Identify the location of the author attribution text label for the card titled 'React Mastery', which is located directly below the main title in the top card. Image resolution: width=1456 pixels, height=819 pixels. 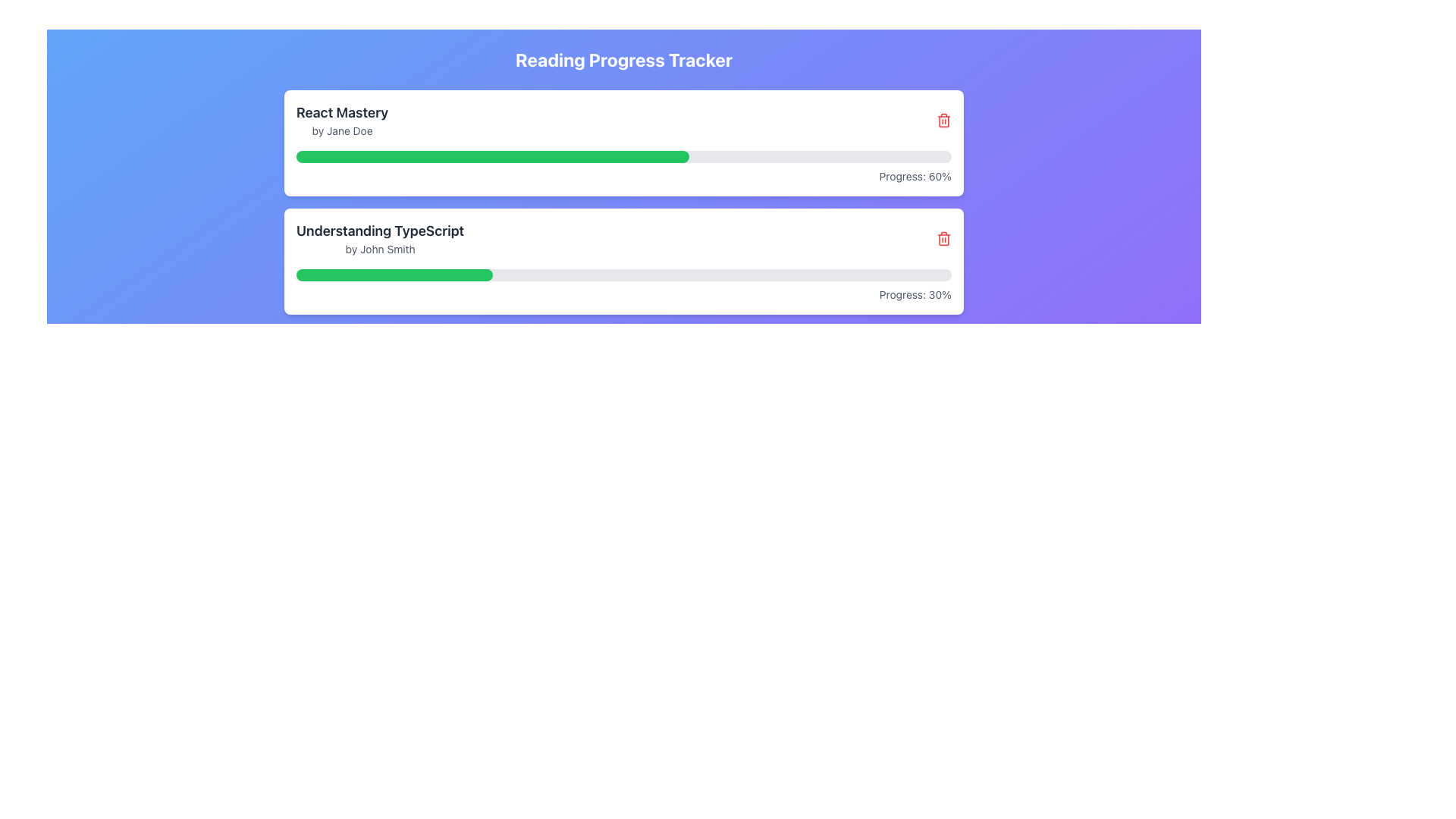
(341, 130).